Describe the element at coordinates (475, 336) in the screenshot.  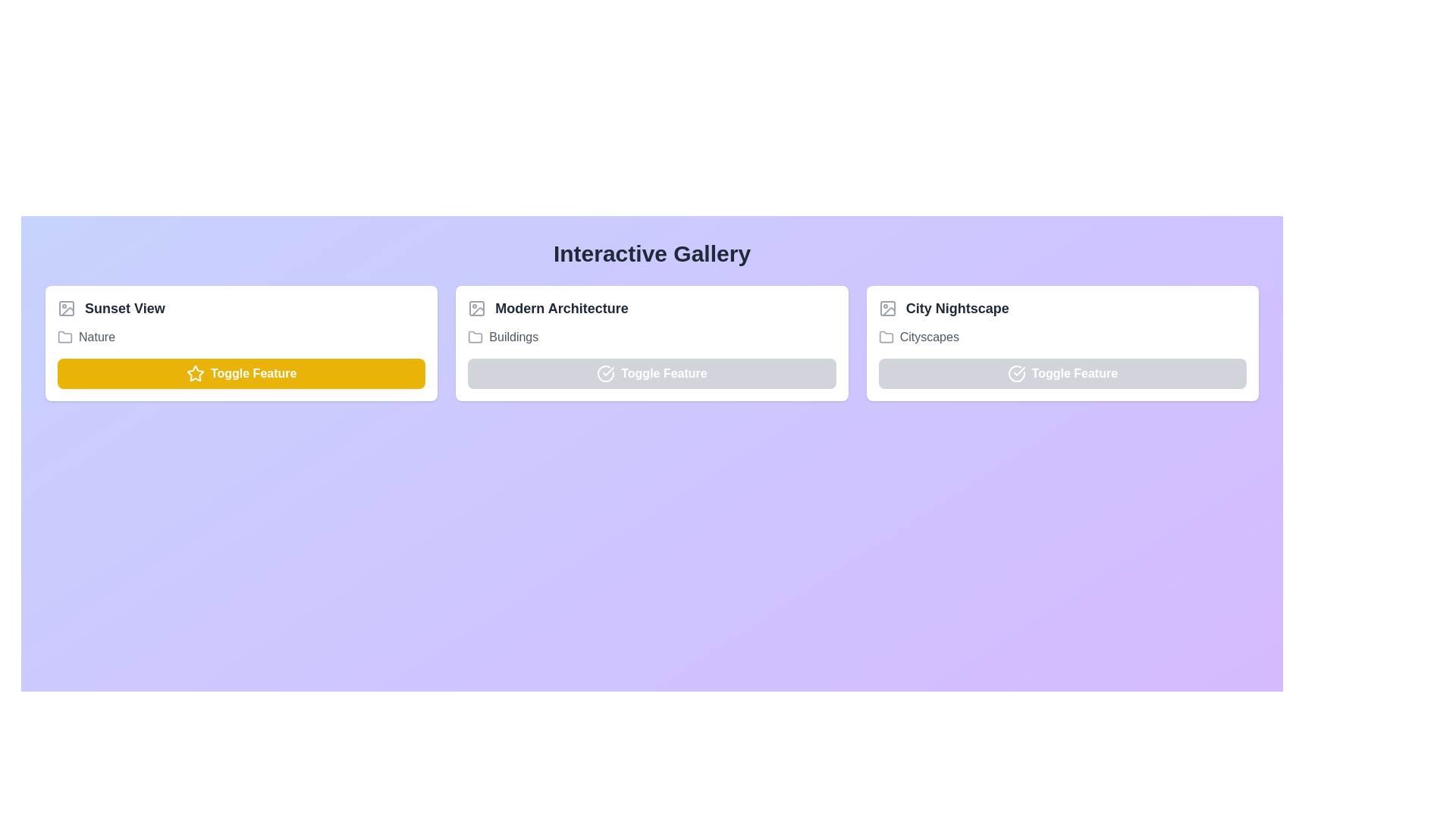
I see `the minimalistic folder icon located at the top left corner of the 'Modern Architecture' card` at that location.